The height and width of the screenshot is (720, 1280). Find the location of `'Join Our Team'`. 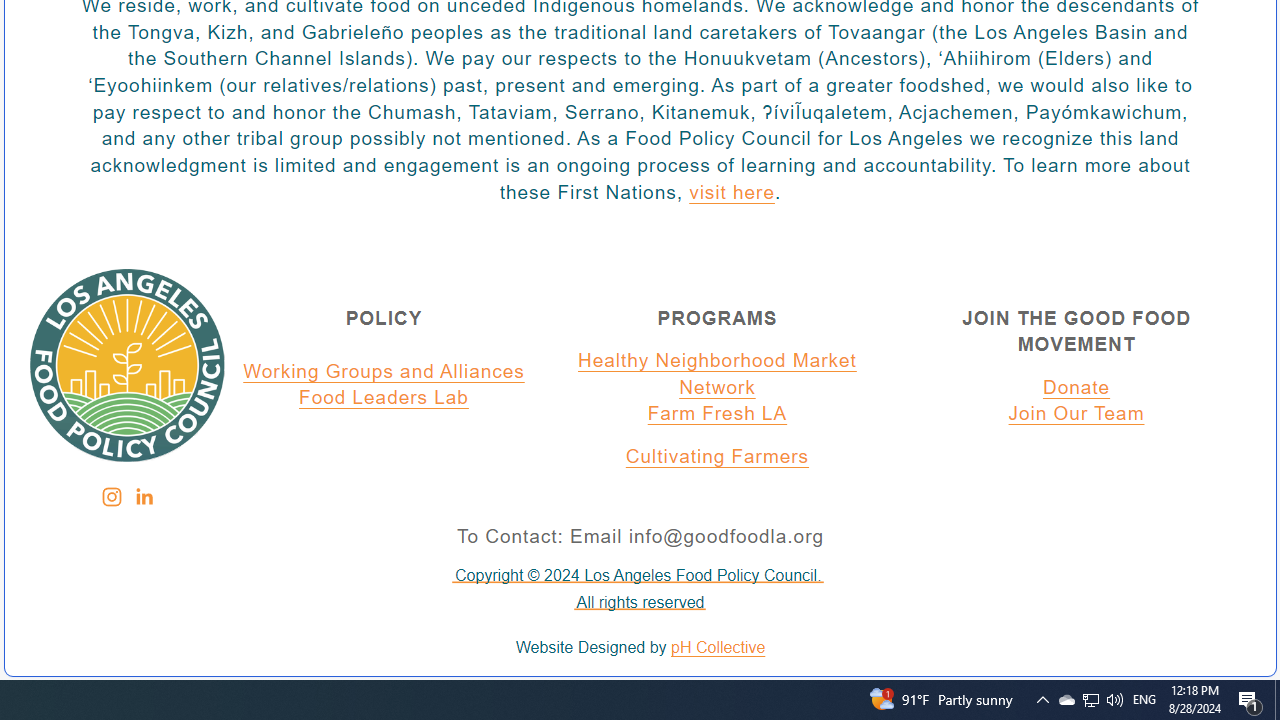

'Join Our Team' is located at coordinates (1076, 414).